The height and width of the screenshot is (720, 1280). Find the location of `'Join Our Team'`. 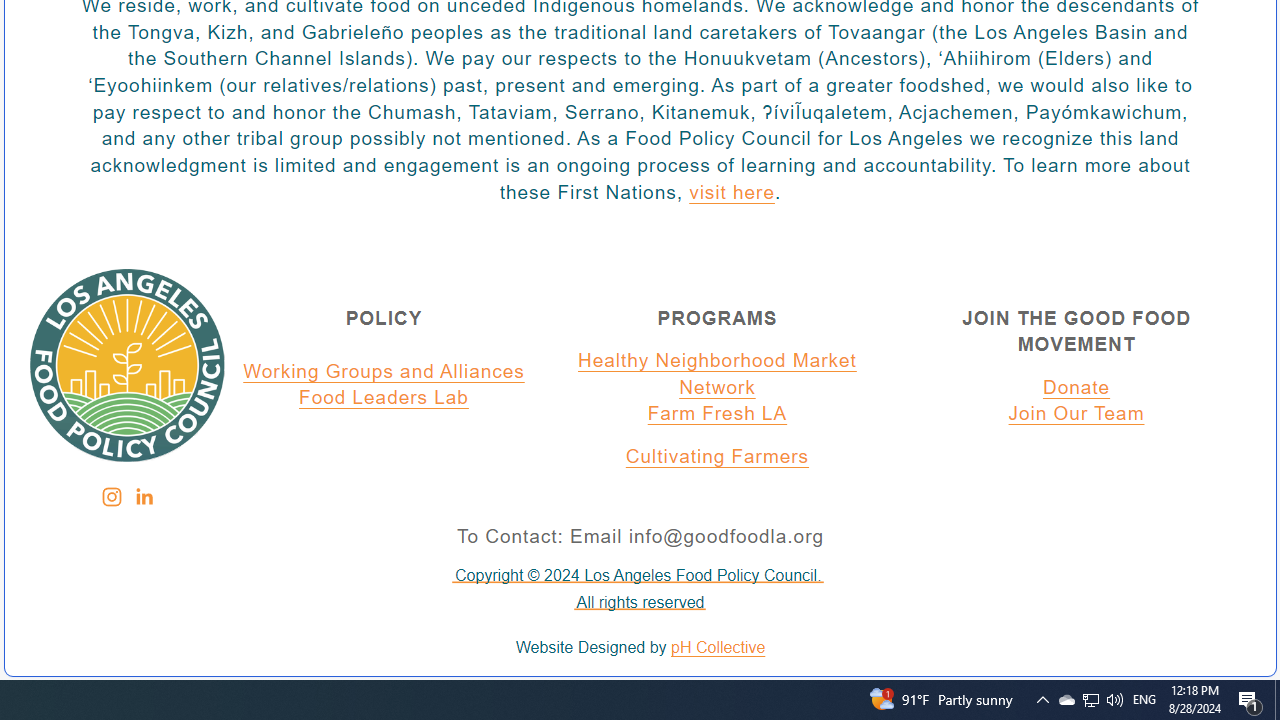

'Join Our Team' is located at coordinates (1076, 414).